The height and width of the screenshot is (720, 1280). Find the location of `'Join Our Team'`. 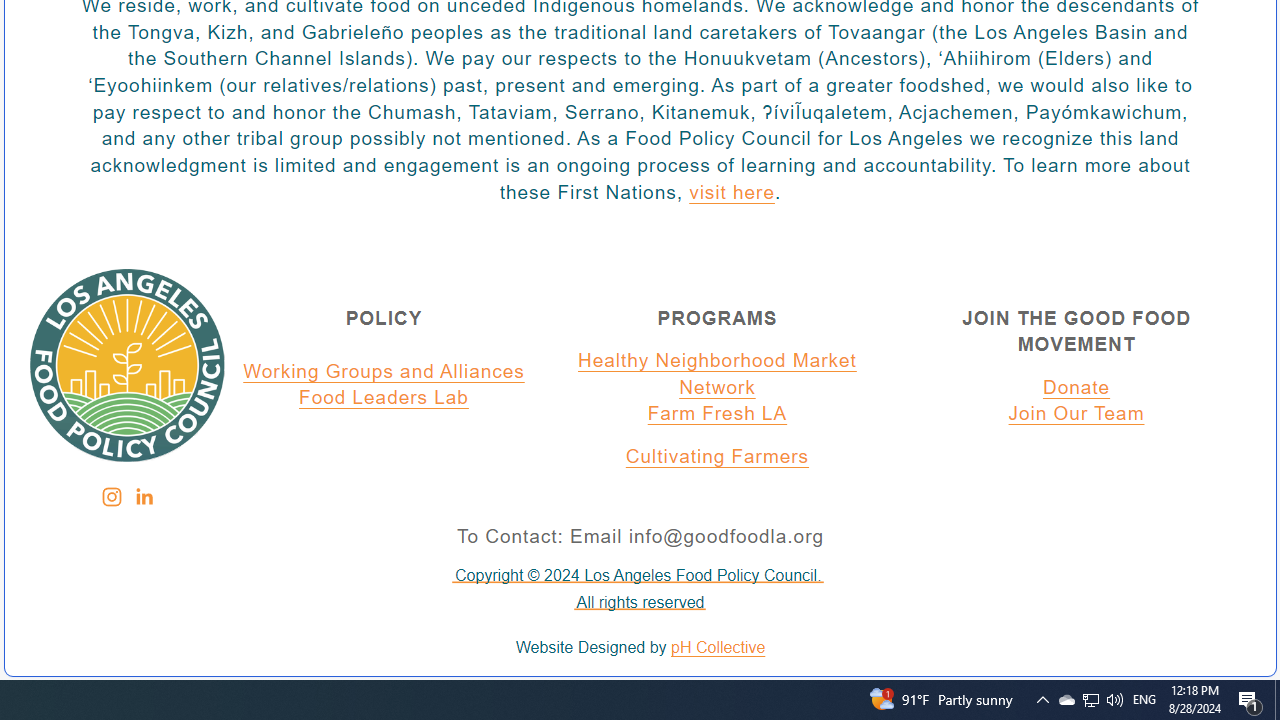

'Join Our Team' is located at coordinates (1076, 414).